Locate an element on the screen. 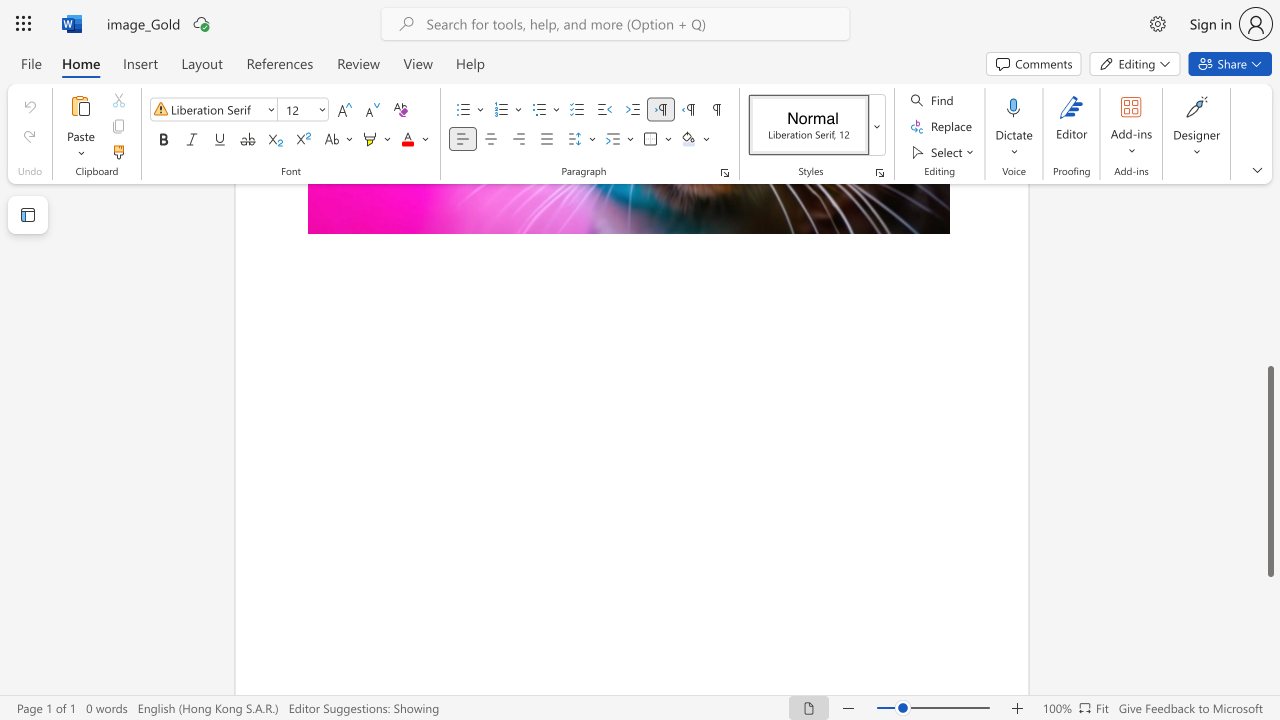  the scrollbar to move the view up is located at coordinates (1269, 328).